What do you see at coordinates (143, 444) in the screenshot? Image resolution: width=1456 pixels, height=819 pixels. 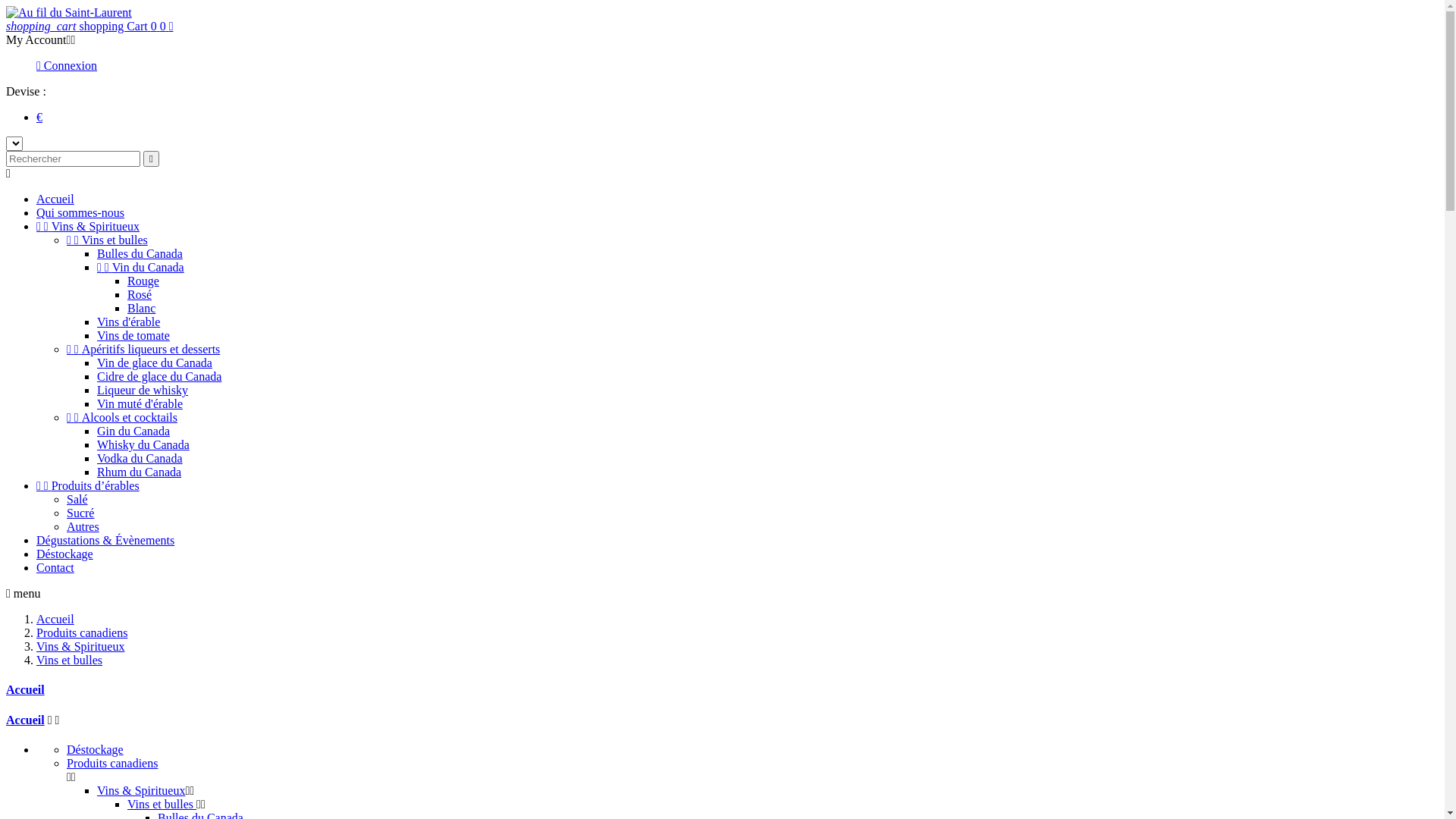 I see `'Whisky du Canada'` at bounding box center [143, 444].